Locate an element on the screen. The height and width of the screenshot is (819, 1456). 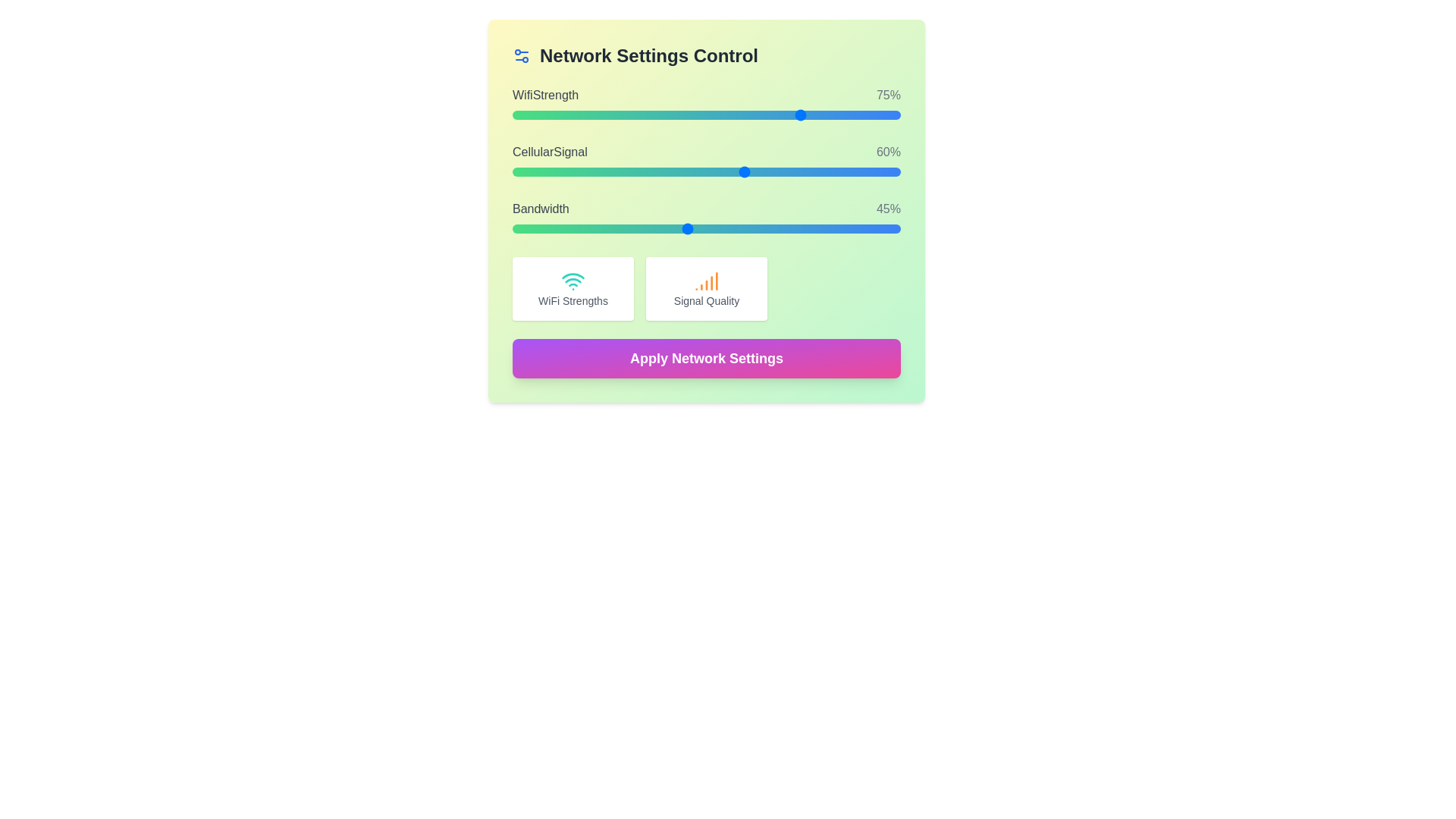
the WiFi signal icon, which is a teal SVG icon with concentric arcs located within a white card labeled 'WiFi Strengths' is located at coordinates (572, 281).